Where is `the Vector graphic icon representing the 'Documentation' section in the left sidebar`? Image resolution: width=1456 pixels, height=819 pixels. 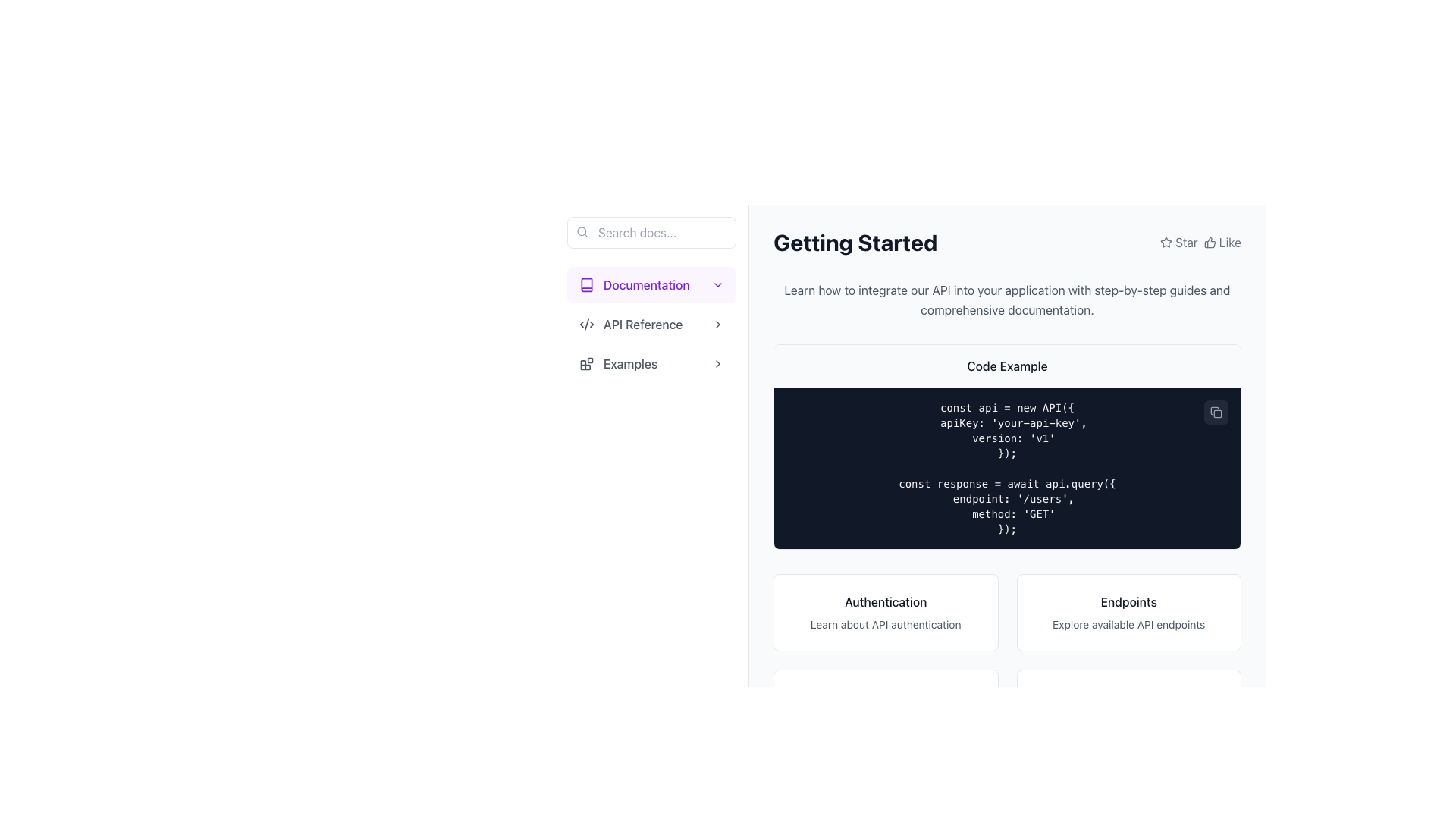 the Vector graphic icon representing the 'Documentation' section in the left sidebar is located at coordinates (585, 284).